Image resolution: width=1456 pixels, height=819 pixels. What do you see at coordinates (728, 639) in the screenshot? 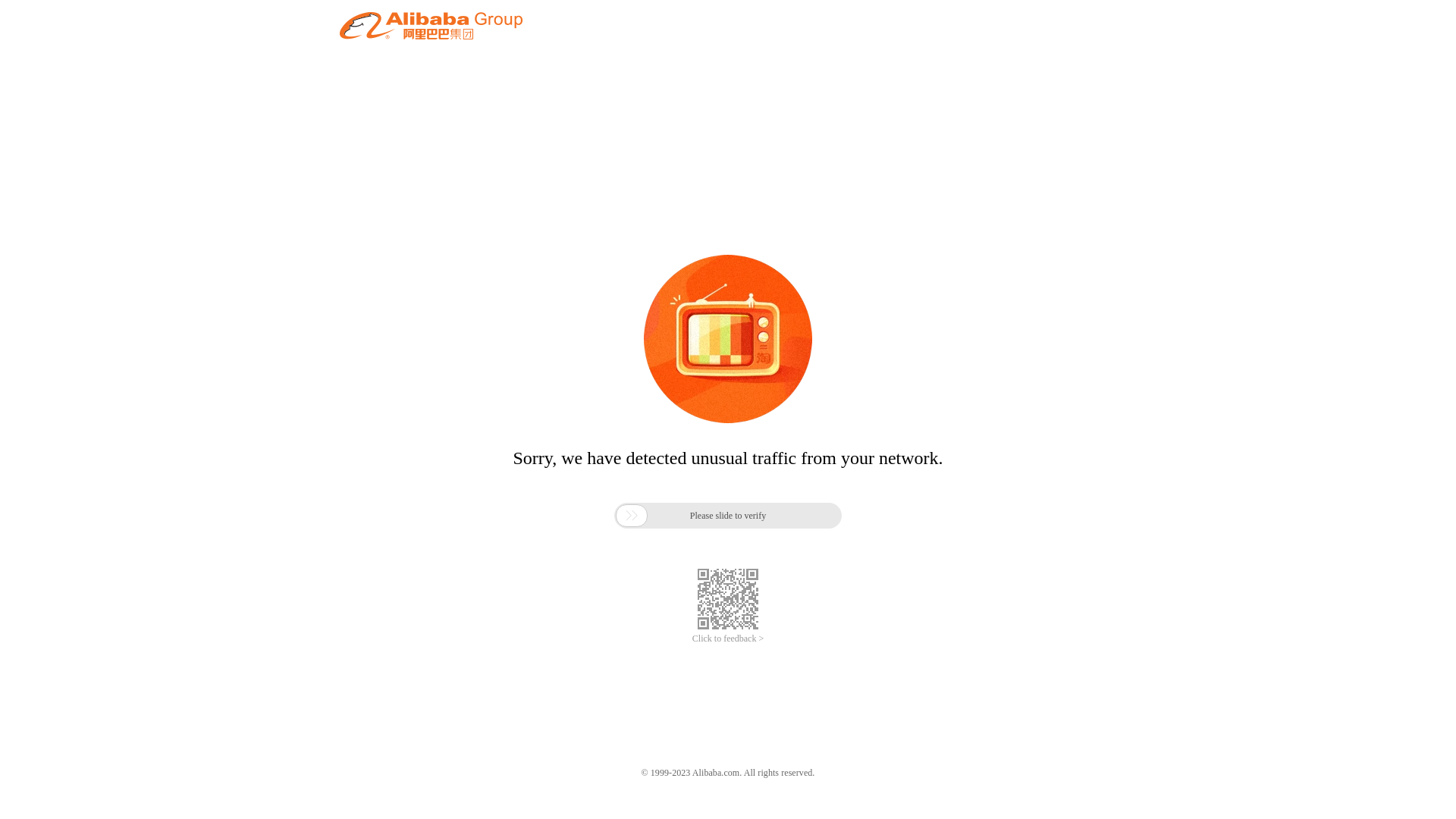
I see `'Click to feedback >'` at bounding box center [728, 639].